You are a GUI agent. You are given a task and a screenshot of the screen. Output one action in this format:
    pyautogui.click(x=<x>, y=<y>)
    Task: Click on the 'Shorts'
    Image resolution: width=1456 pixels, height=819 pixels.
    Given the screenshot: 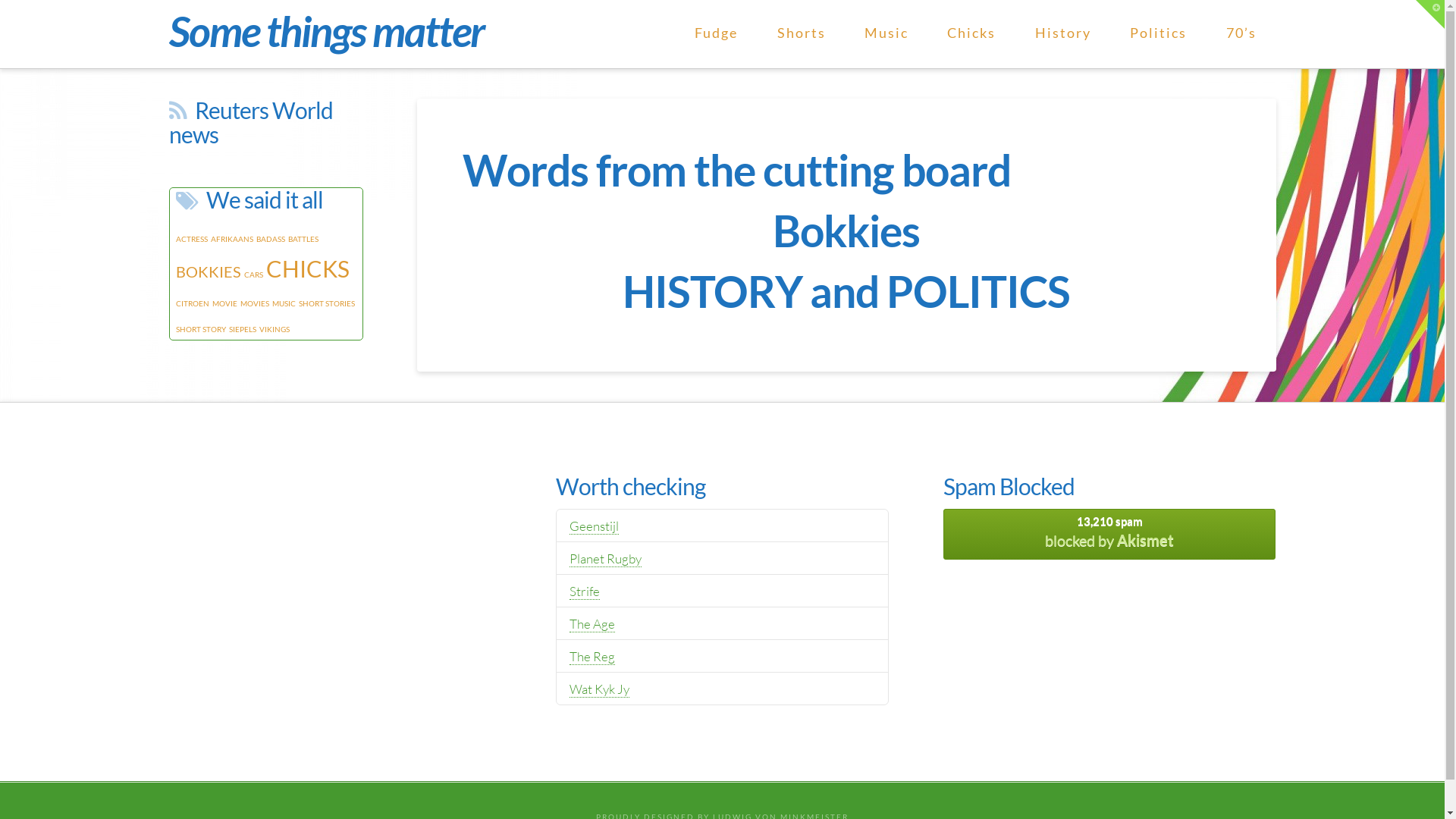 What is the action you would take?
    pyautogui.click(x=800, y=34)
    